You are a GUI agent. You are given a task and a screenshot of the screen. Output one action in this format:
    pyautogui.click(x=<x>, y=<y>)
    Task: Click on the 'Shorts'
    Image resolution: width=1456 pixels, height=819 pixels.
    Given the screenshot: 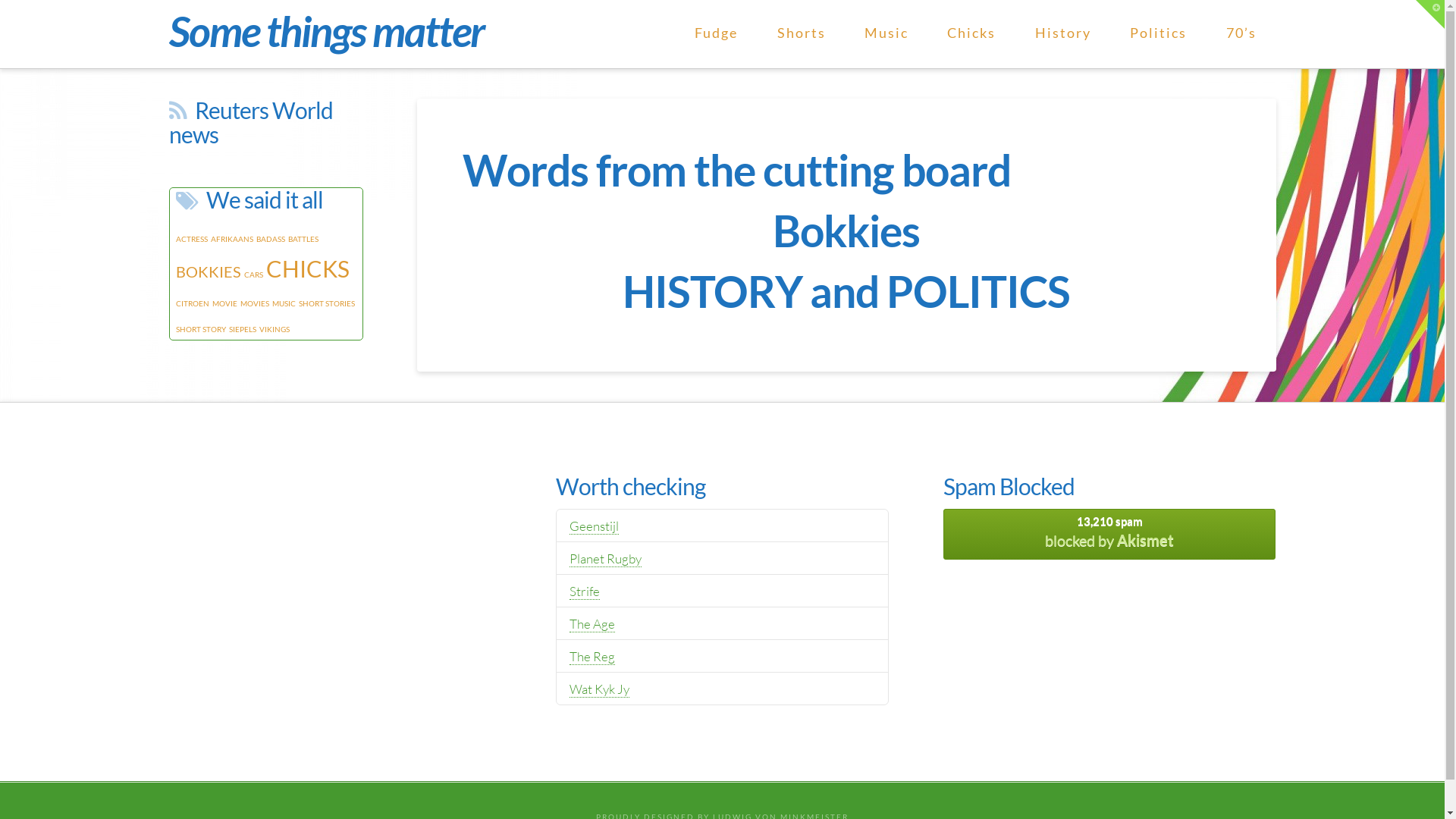 What is the action you would take?
    pyautogui.click(x=800, y=34)
    